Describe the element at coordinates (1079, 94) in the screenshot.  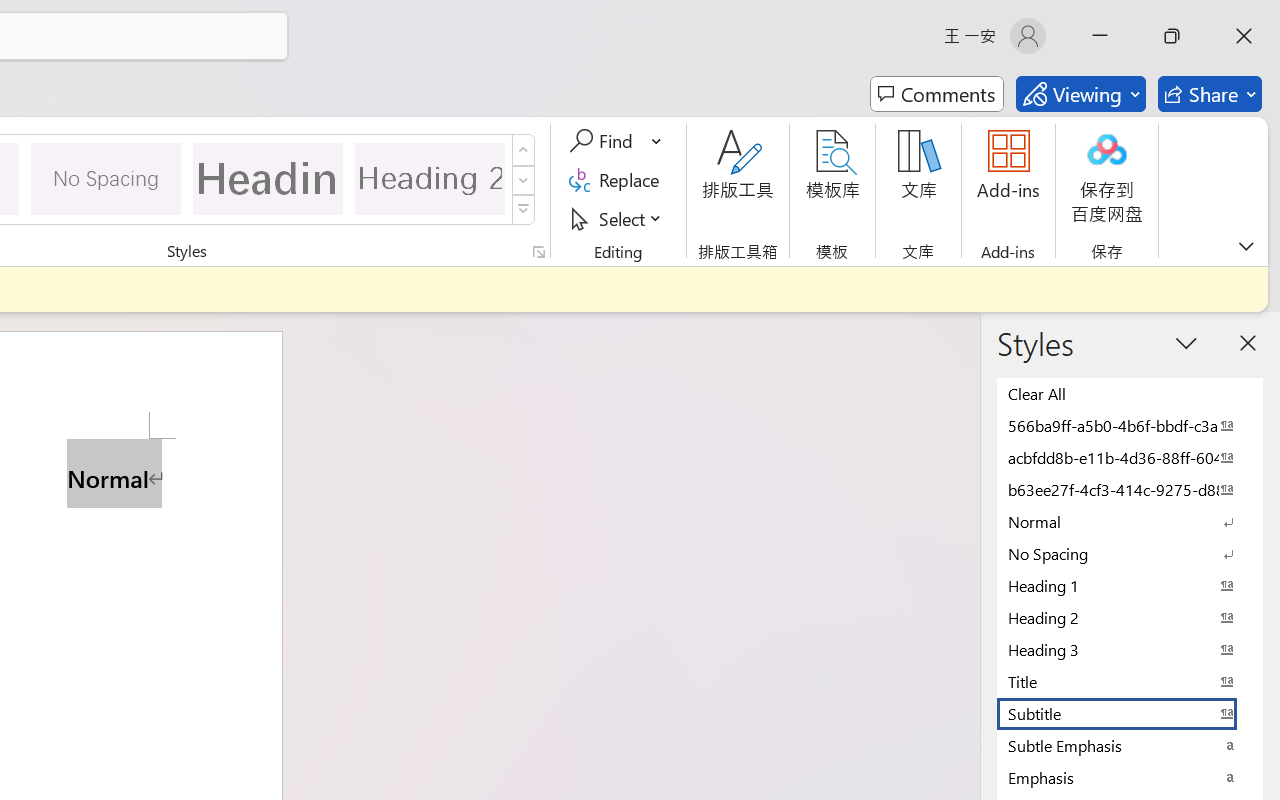
I see `'Mode'` at that location.